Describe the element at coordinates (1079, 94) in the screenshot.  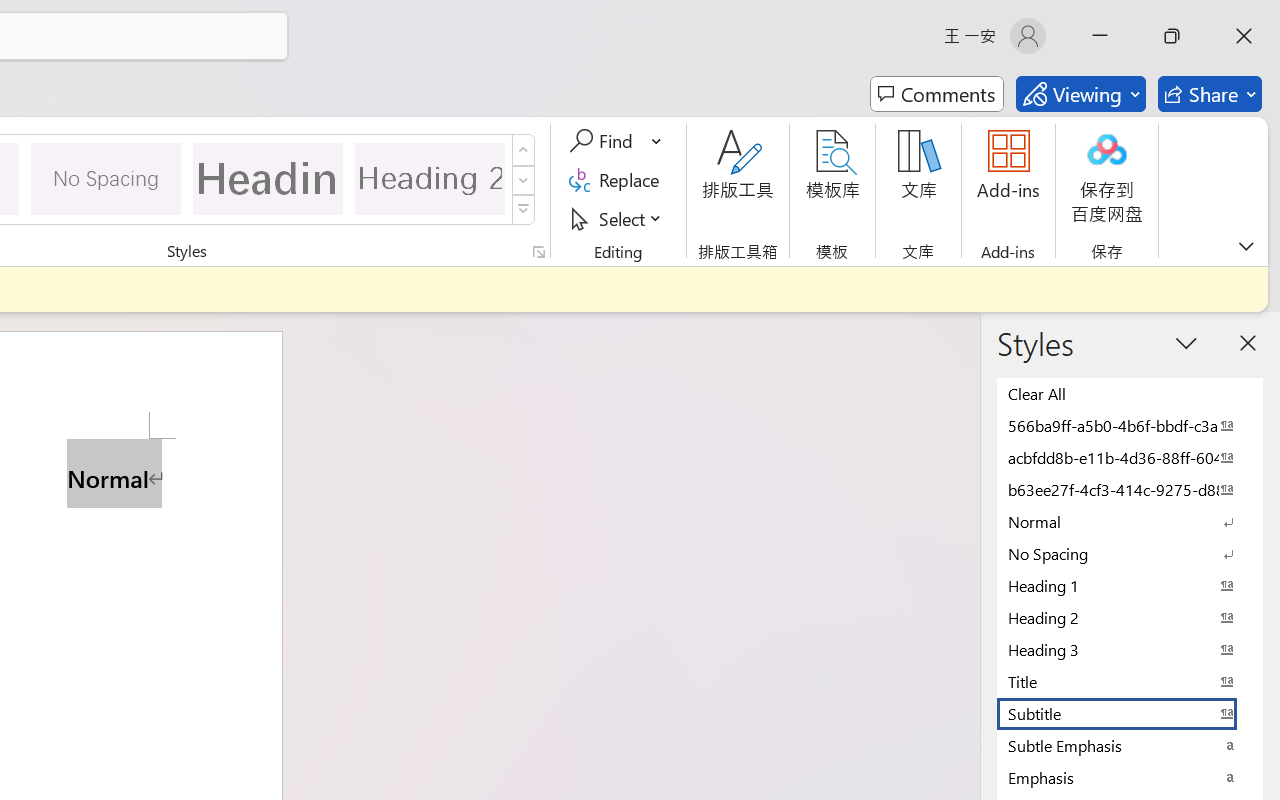
I see `'Mode'` at that location.